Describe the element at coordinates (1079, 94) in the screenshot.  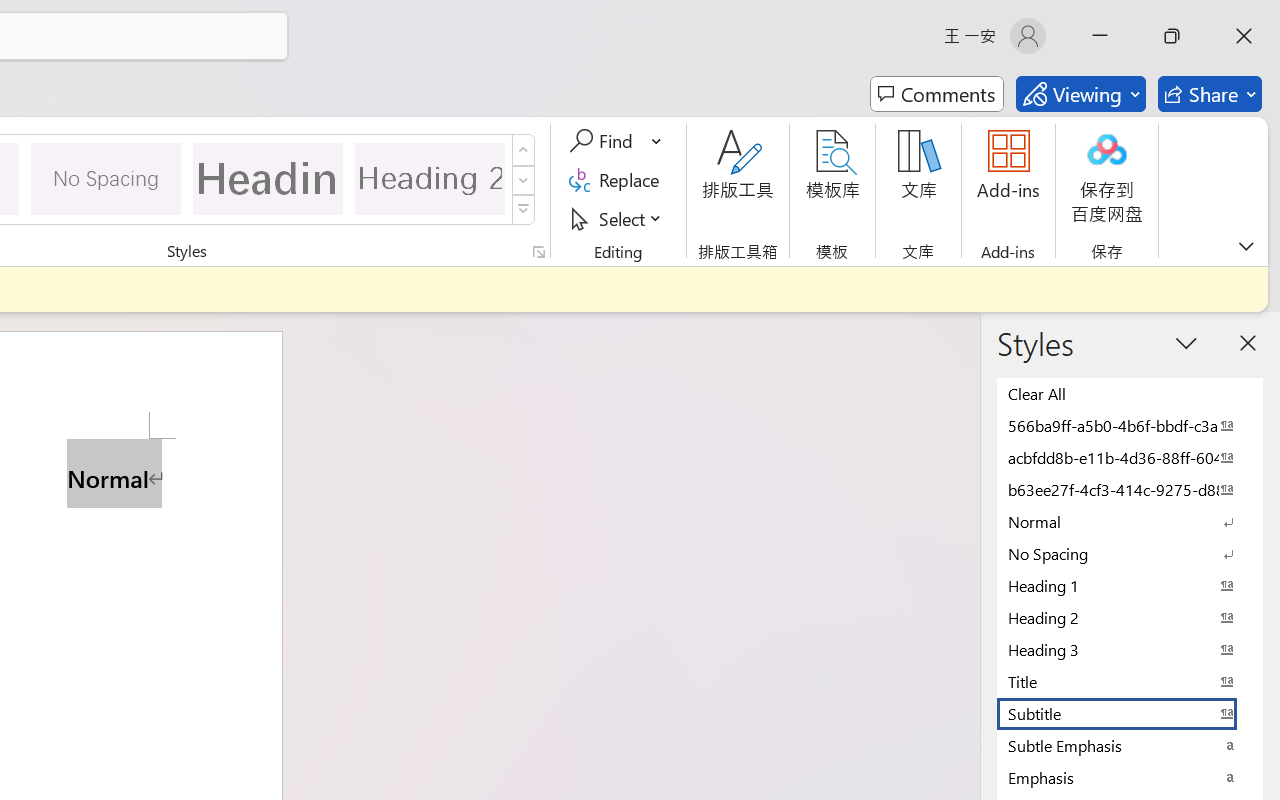
I see `'Mode'` at that location.